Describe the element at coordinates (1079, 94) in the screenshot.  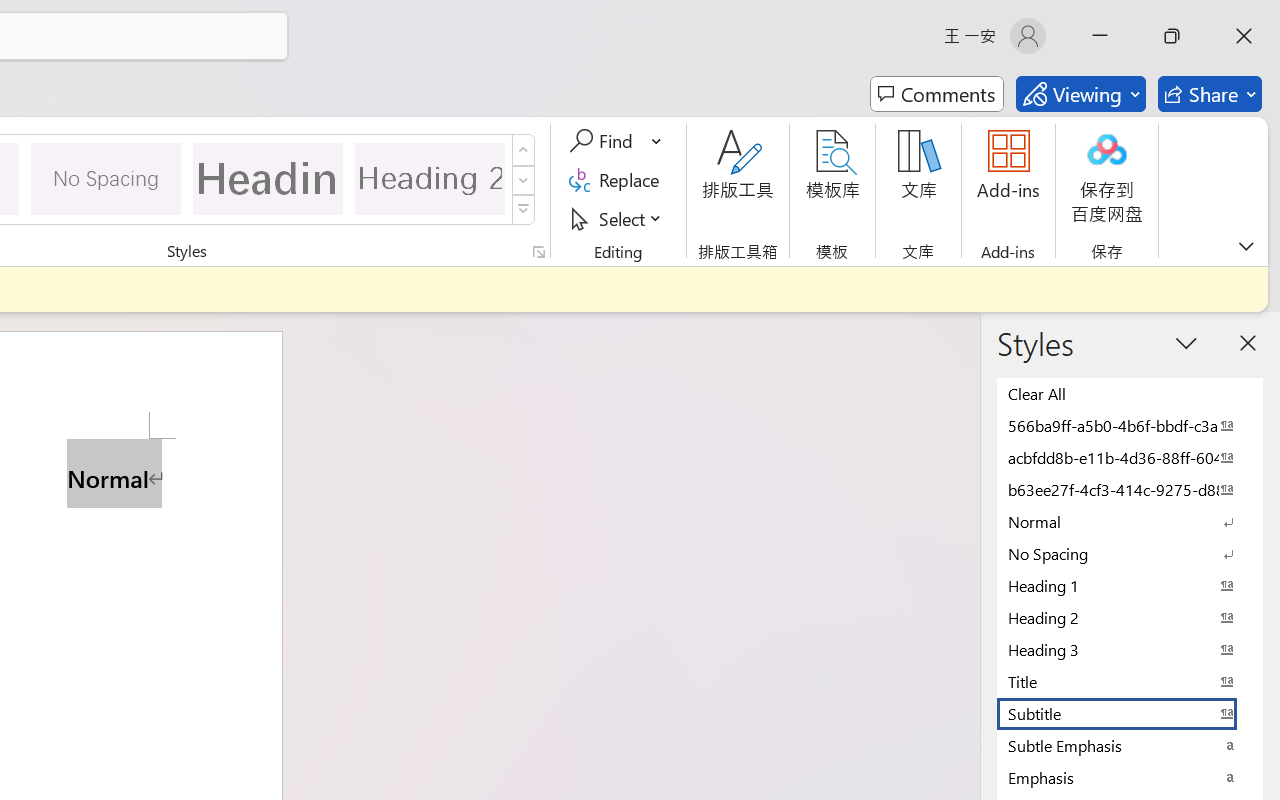
I see `'Mode'` at that location.